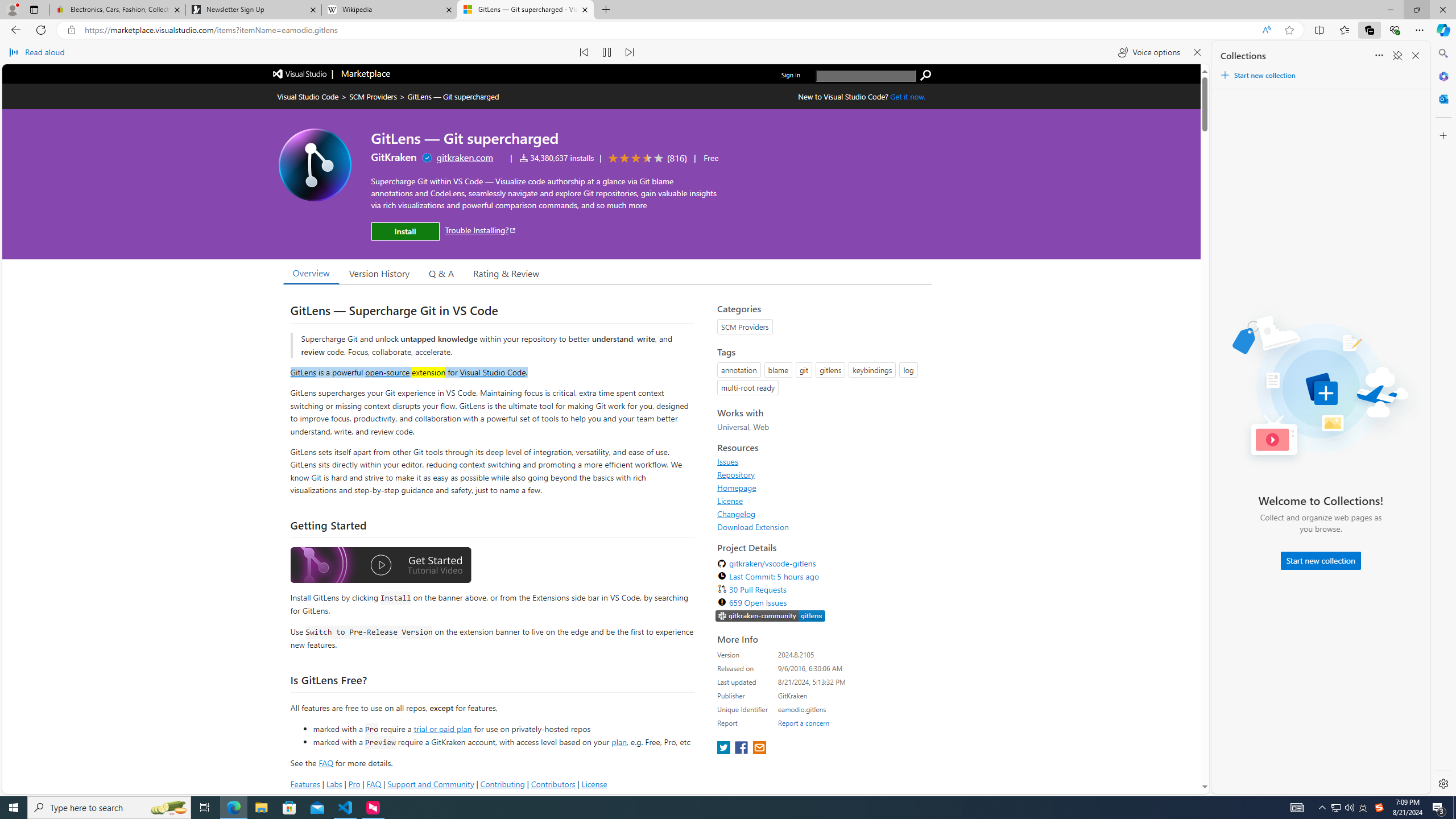  Describe the element at coordinates (645, 157) in the screenshot. I see `'Average rating: 3.7 out of 5. Navigate to user reviews.'` at that location.